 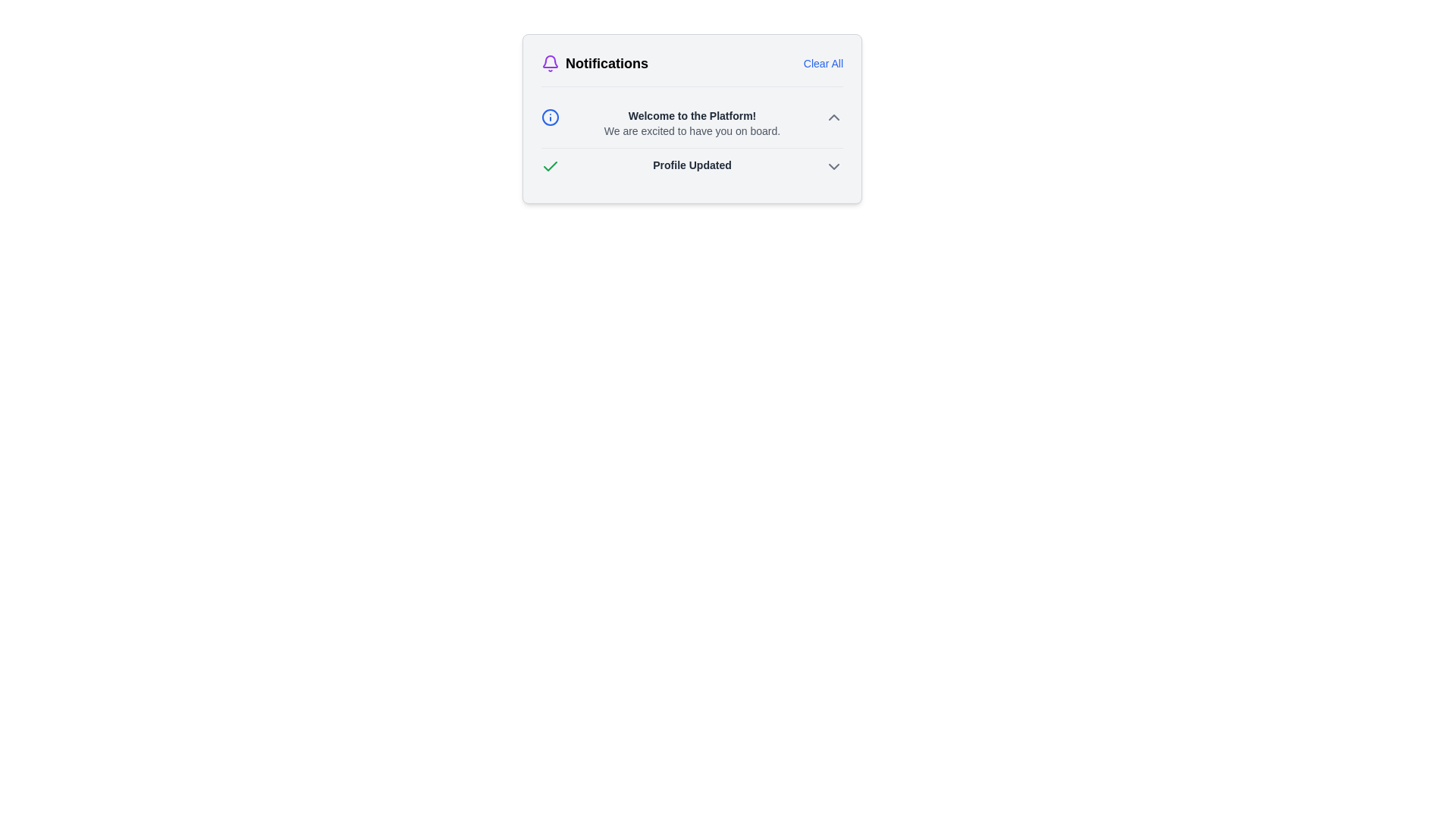 I want to click on the 'Clear All' hyperlink in the Notifications header bar to clear all notifications, so click(x=822, y=63).